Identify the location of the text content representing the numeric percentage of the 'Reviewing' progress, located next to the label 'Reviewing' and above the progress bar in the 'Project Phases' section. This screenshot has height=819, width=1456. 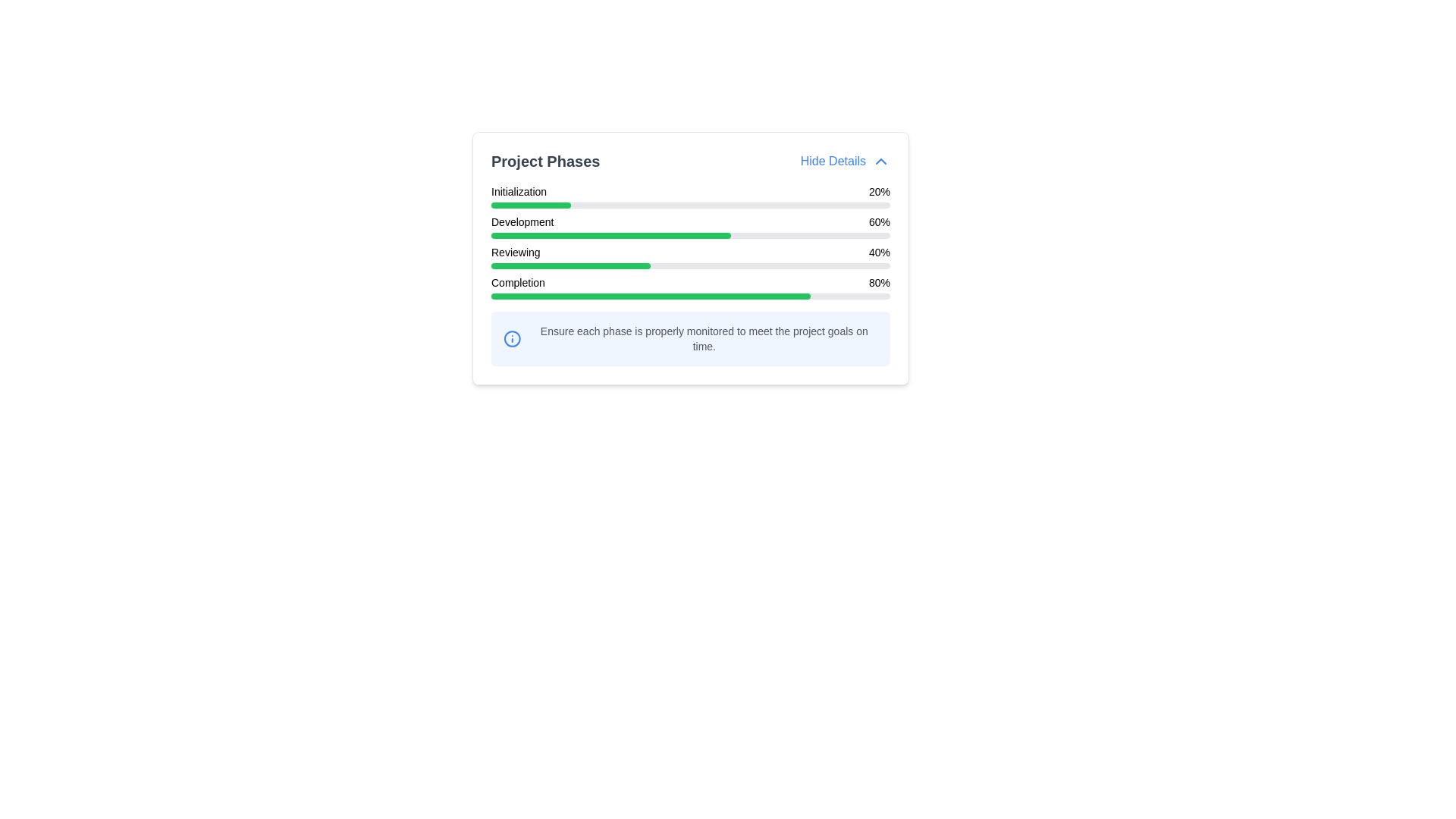
(880, 251).